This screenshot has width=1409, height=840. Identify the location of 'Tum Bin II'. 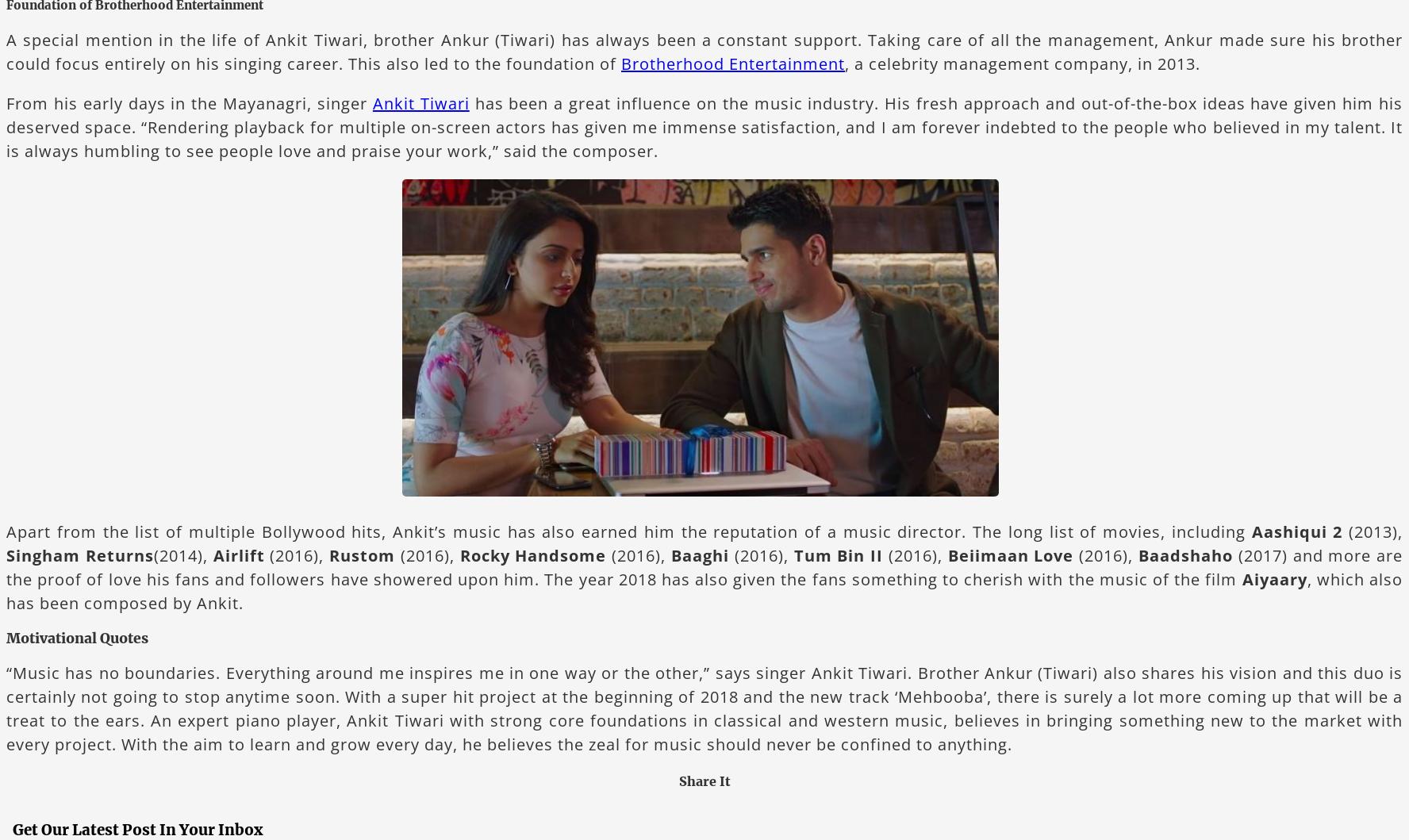
(839, 554).